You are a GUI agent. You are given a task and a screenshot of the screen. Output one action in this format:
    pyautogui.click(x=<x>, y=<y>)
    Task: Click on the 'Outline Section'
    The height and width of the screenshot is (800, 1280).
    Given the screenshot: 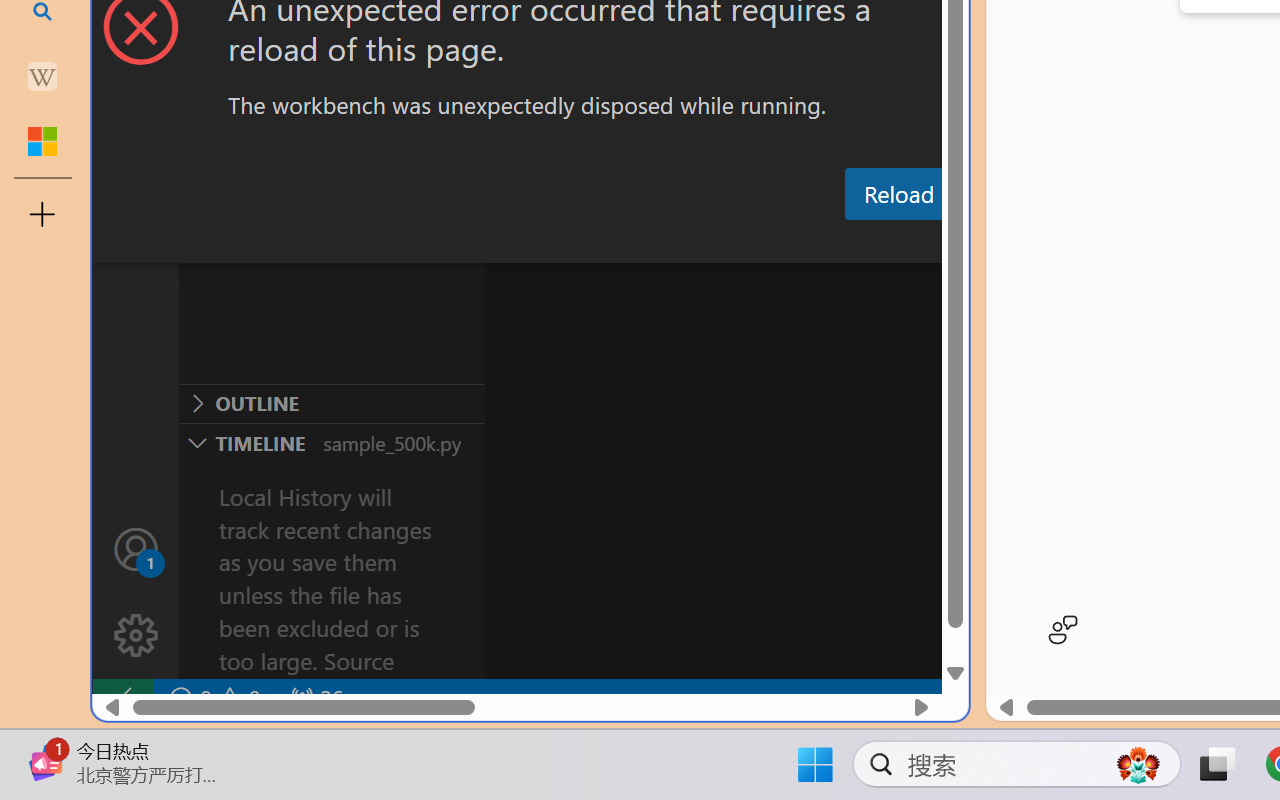 What is the action you would take?
    pyautogui.click(x=331, y=403)
    